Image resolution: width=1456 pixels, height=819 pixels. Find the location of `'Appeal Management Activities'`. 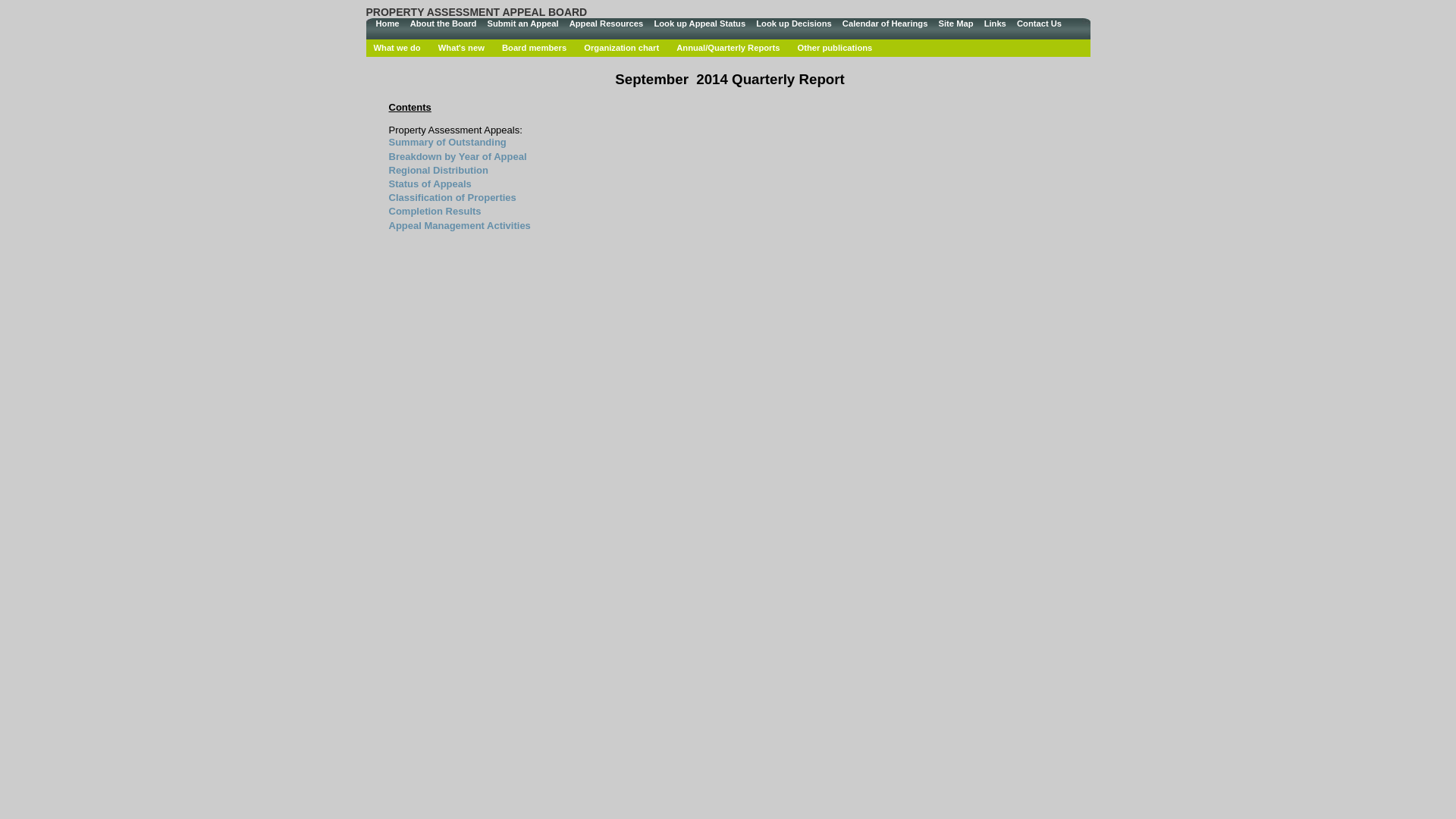

'Appeal Management Activities' is located at coordinates (458, 225).